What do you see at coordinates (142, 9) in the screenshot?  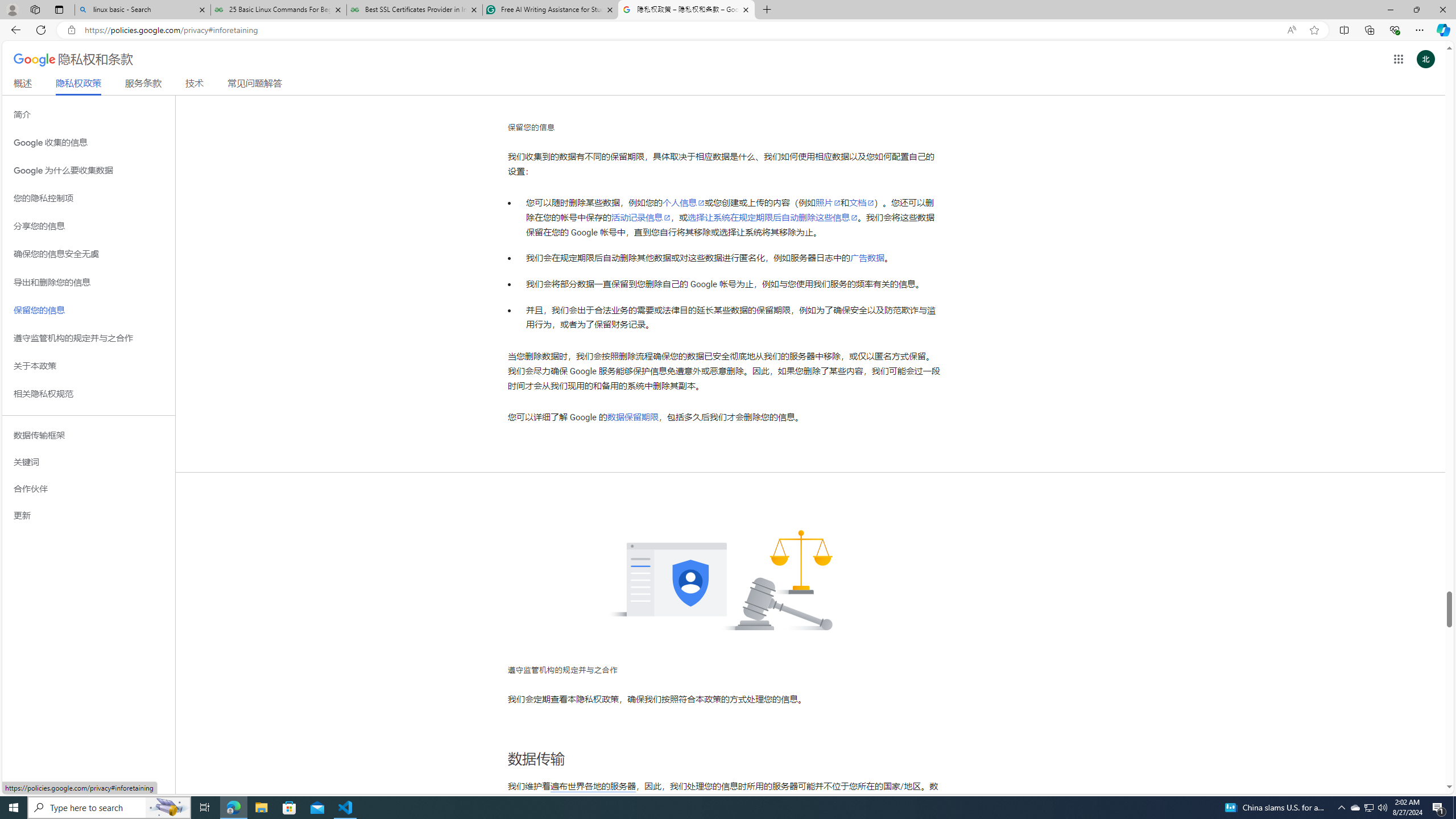 I see `'linux basic - Search'` at bounding box center [142, 9].